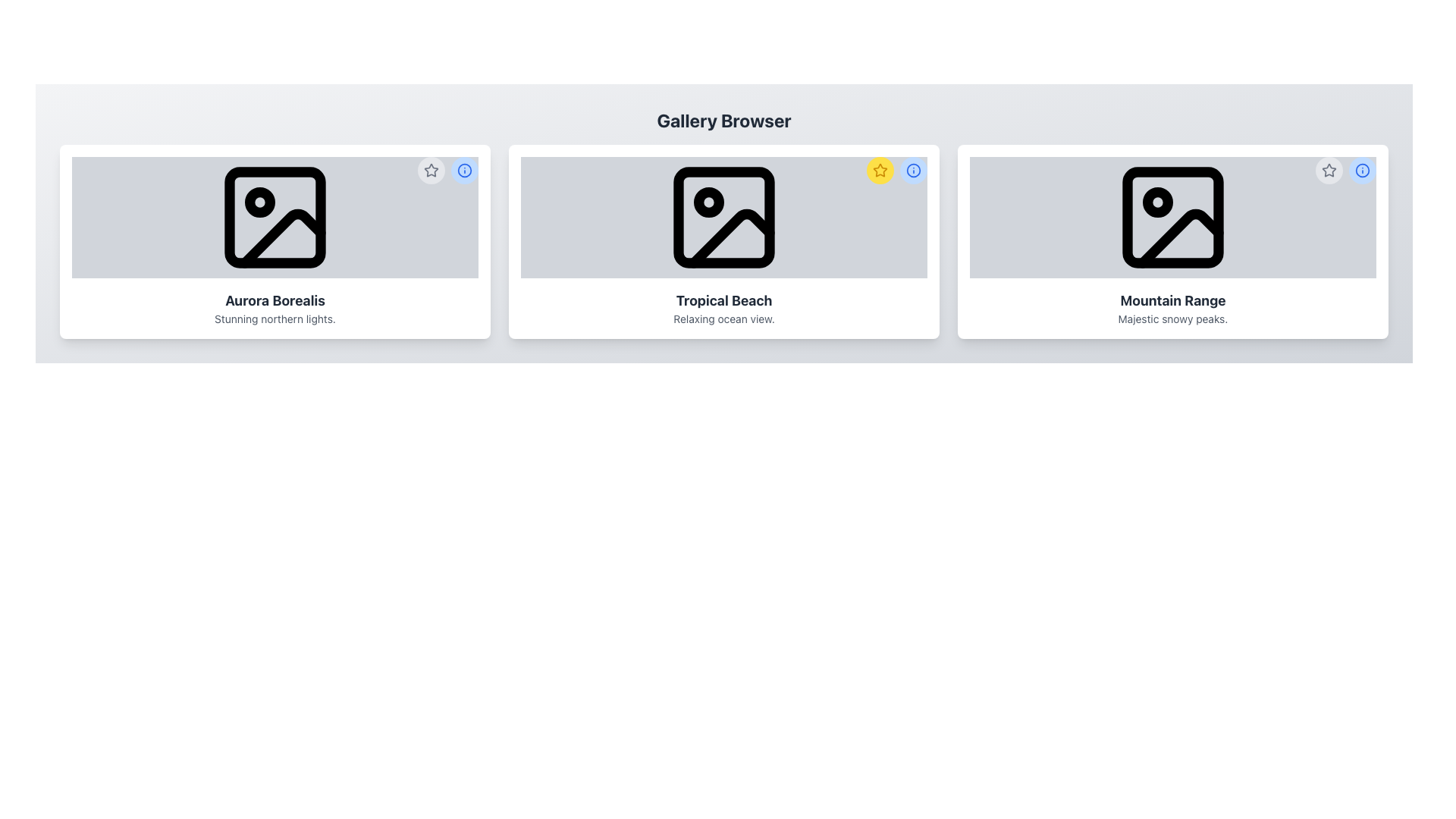  Describe the element at coordinates (431, 170) in the screenshot. I see `the star icon in the top-right corner of the 'Tropical Beach' card` at that location.